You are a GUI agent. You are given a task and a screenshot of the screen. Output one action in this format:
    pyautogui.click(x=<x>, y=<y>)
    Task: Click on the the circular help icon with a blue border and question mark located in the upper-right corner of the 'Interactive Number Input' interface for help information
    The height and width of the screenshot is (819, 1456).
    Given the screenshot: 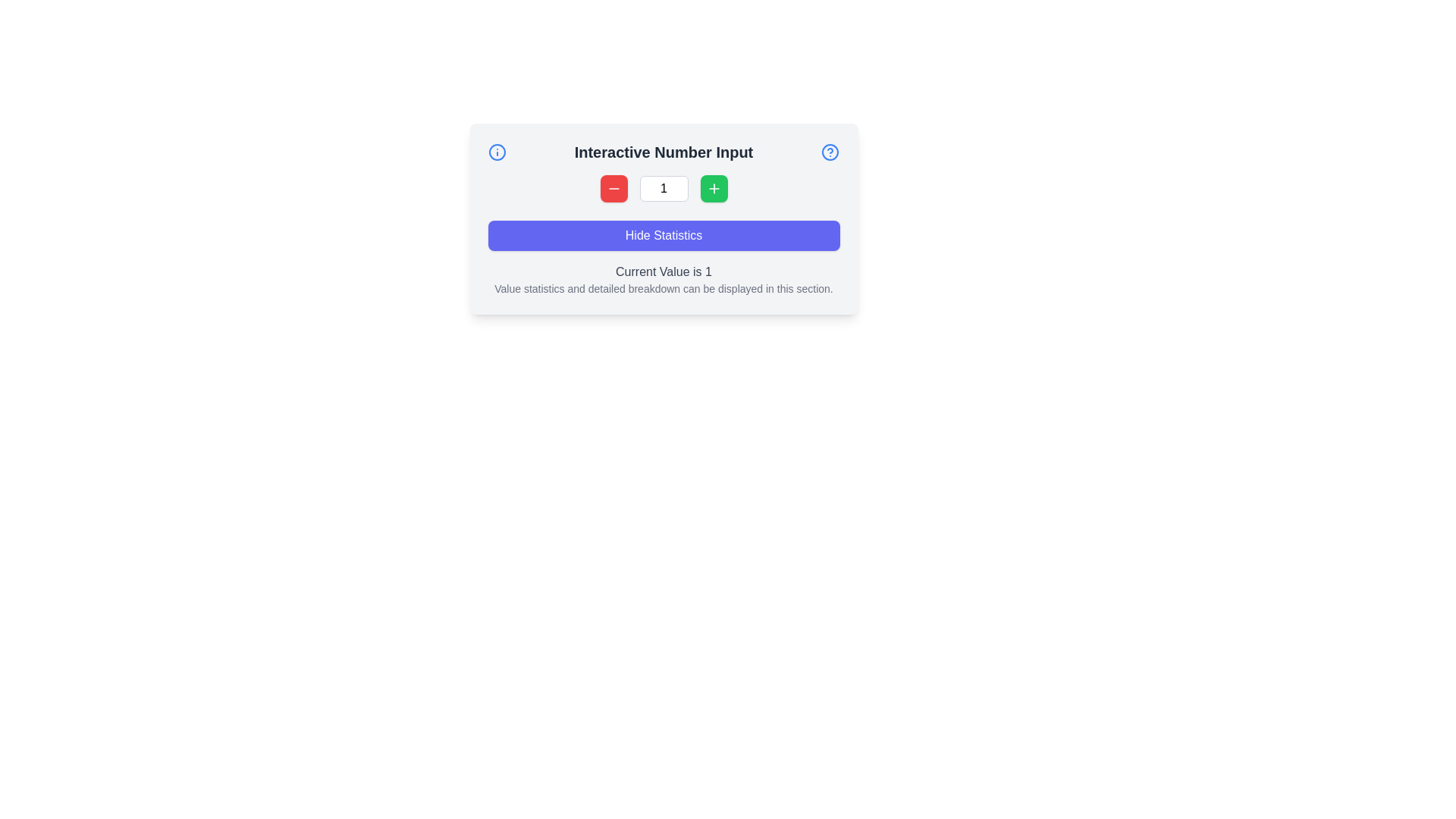 What is the action you would take?
    pyautogui.click(x=830, y=152)
    